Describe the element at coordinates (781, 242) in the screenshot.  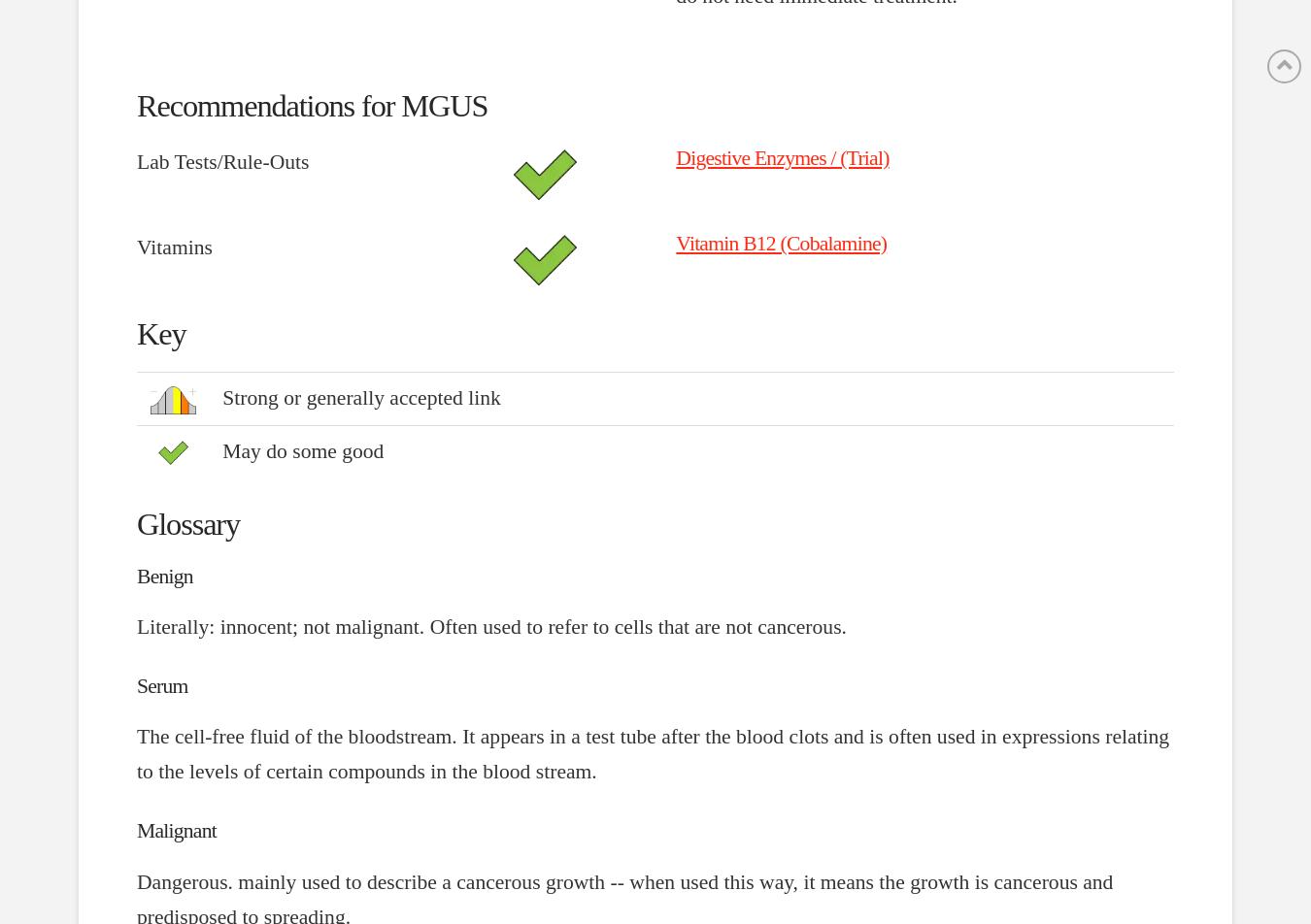
I see `'Vitamin B12 (Cobalamine)'` at that location.